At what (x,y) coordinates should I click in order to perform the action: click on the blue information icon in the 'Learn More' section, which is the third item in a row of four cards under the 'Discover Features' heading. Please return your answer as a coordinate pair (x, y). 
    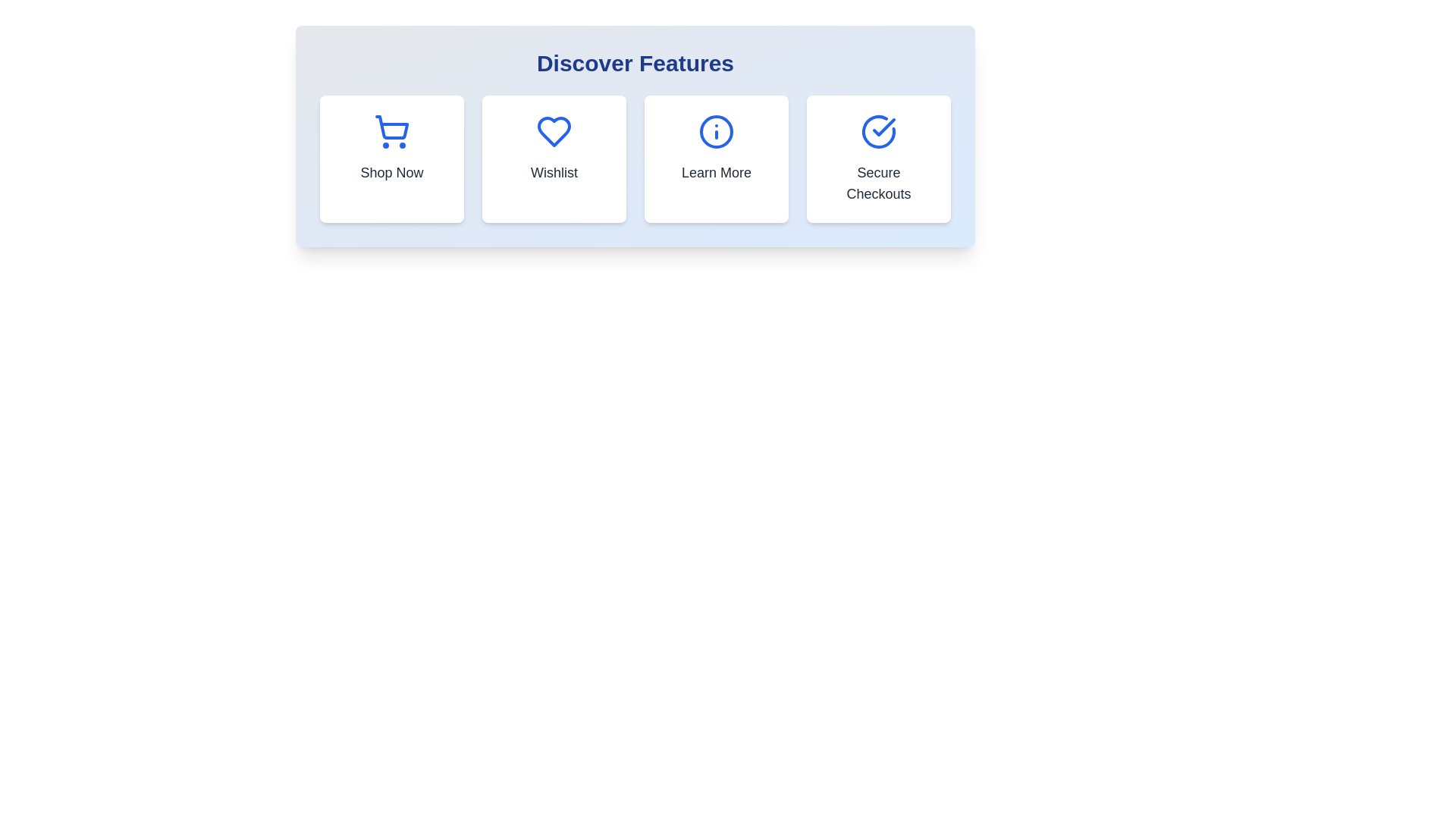
    Looking at the image, I should click on (716, 130).